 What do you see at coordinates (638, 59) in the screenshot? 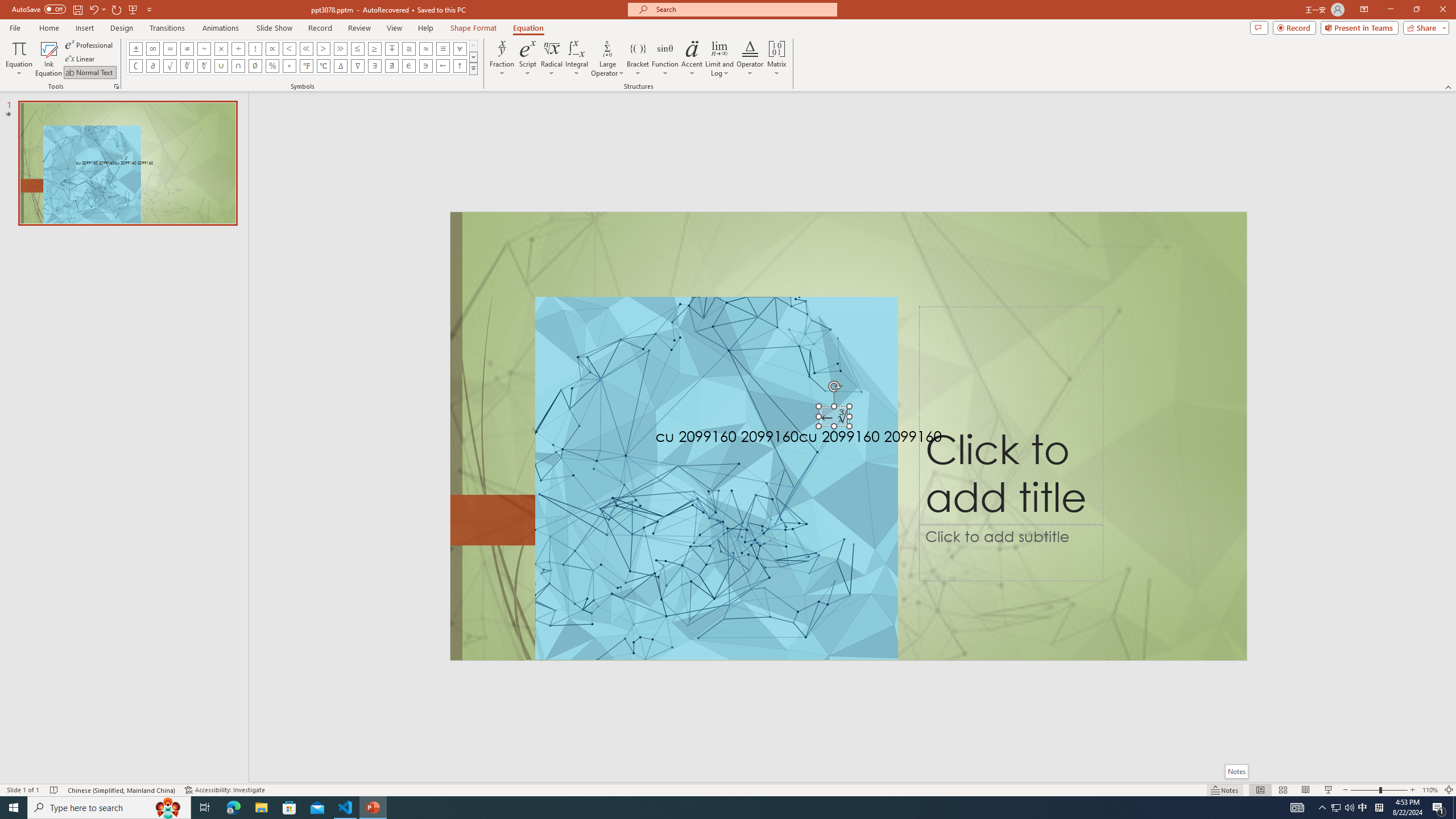
I see `'Bracket'` at bounding box center [638, 59].